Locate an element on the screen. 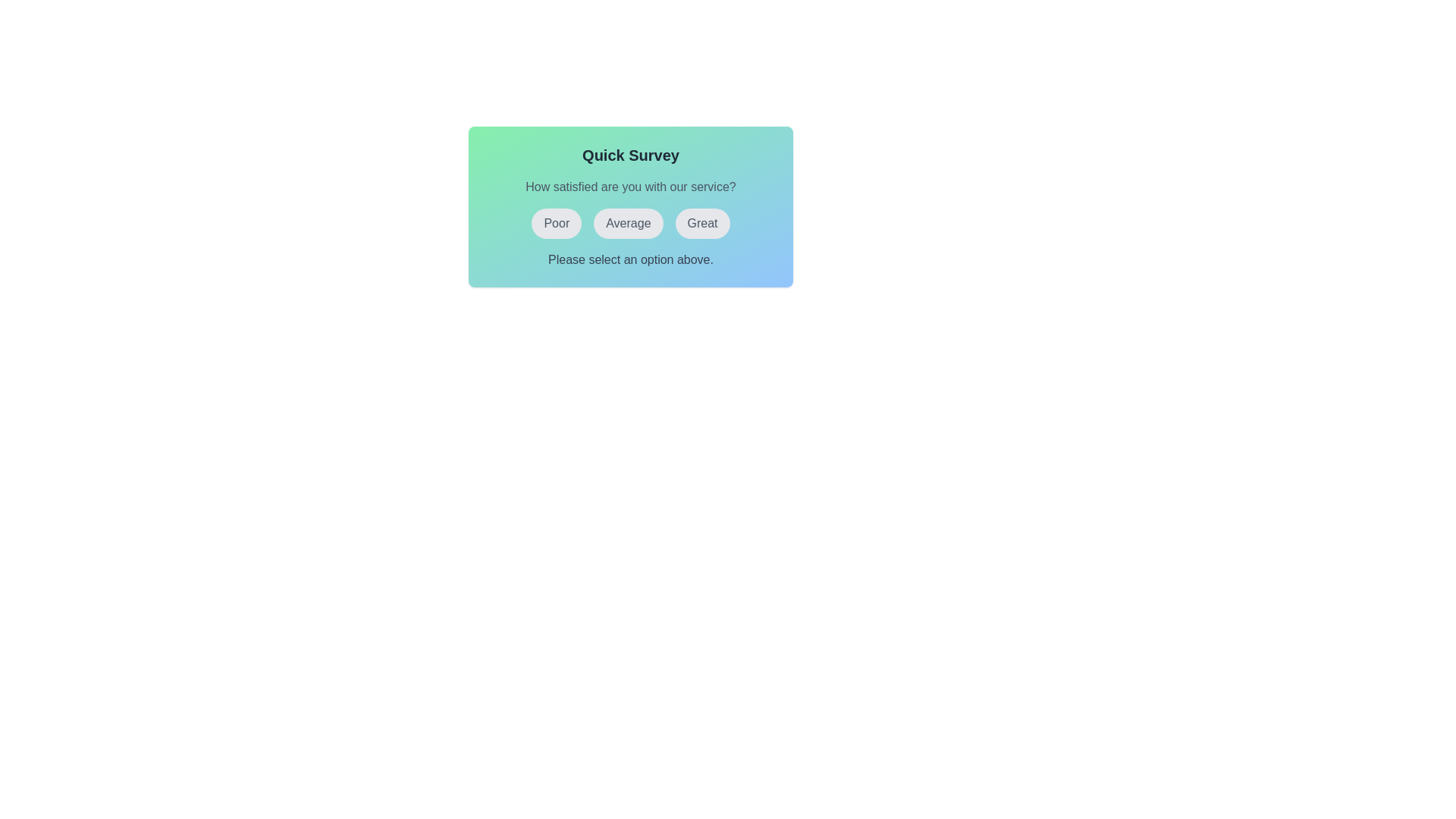 The height and width of the screenshot is (819, 1456). the button labeled Great is located at coordinates (701, 223).